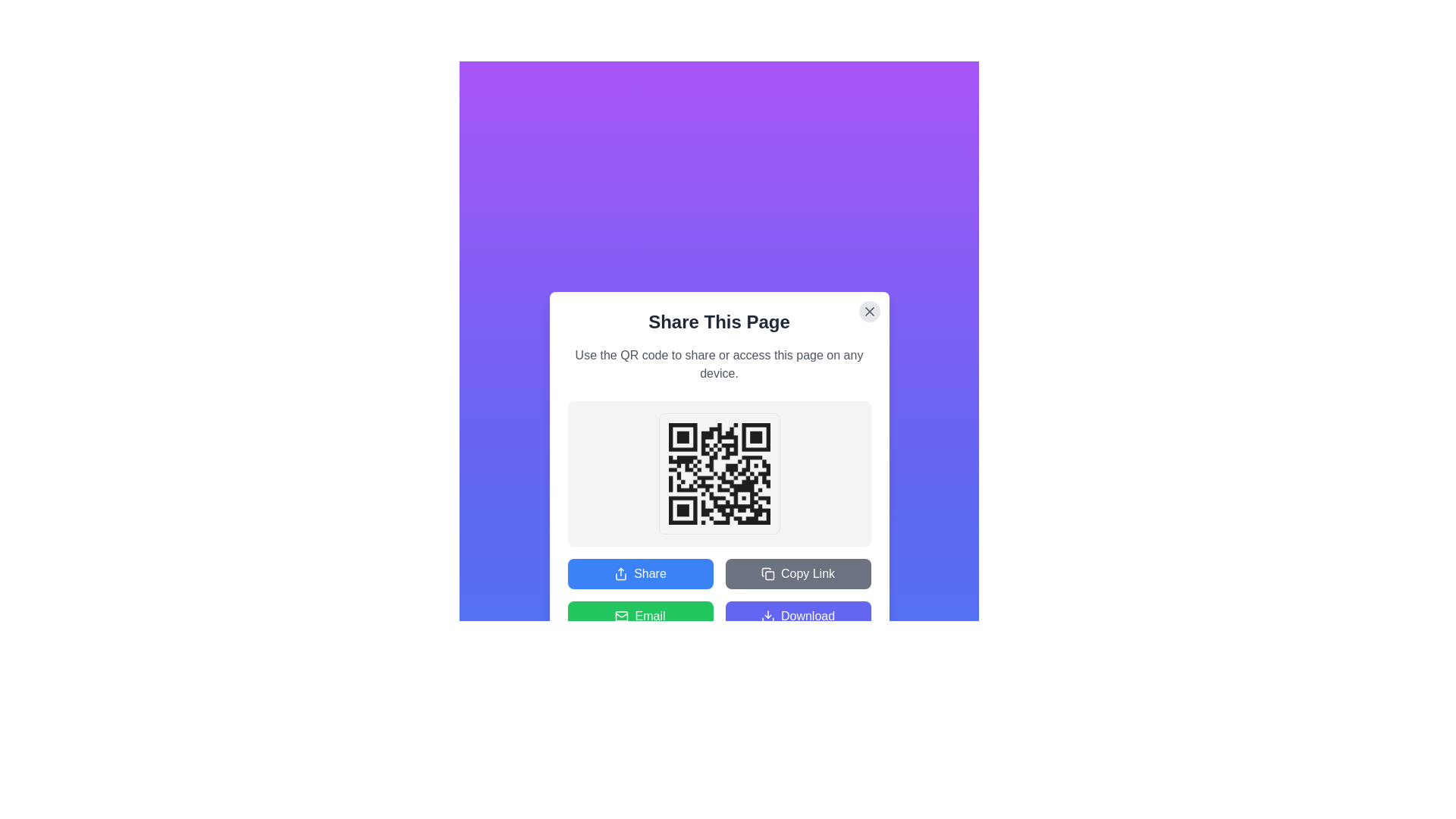 The width and height of the screenshot is (1456, 819). Describe the element at coordinates (621, 573) in the screenshot. I see `the share icon located inside the 'Share' button at the lower left part of the modal window` at that location.